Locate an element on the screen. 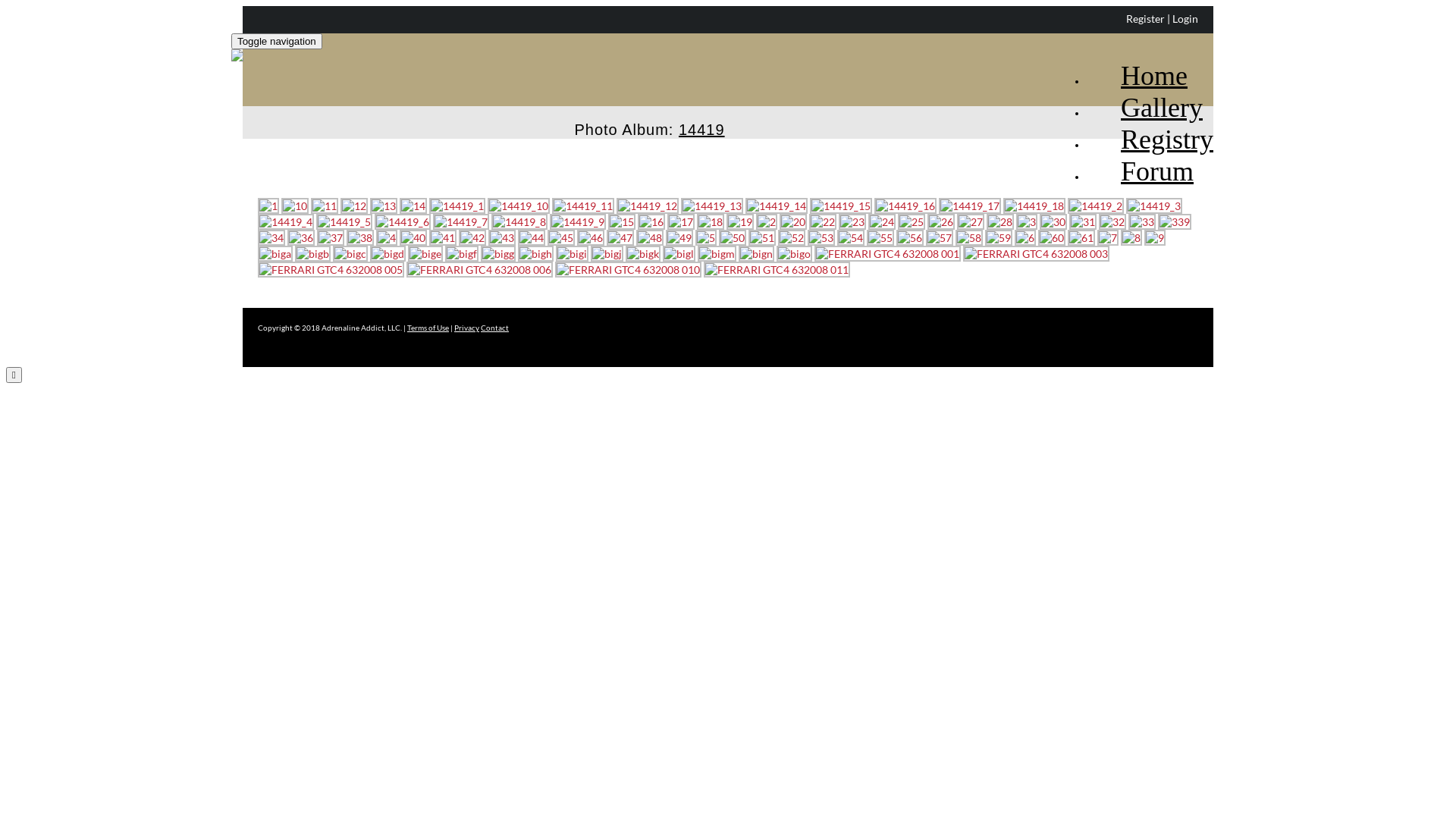 This screenshot has height=819, width=1456. '14419_12 (click to enlarge)' is located at coordinates (648, 206).